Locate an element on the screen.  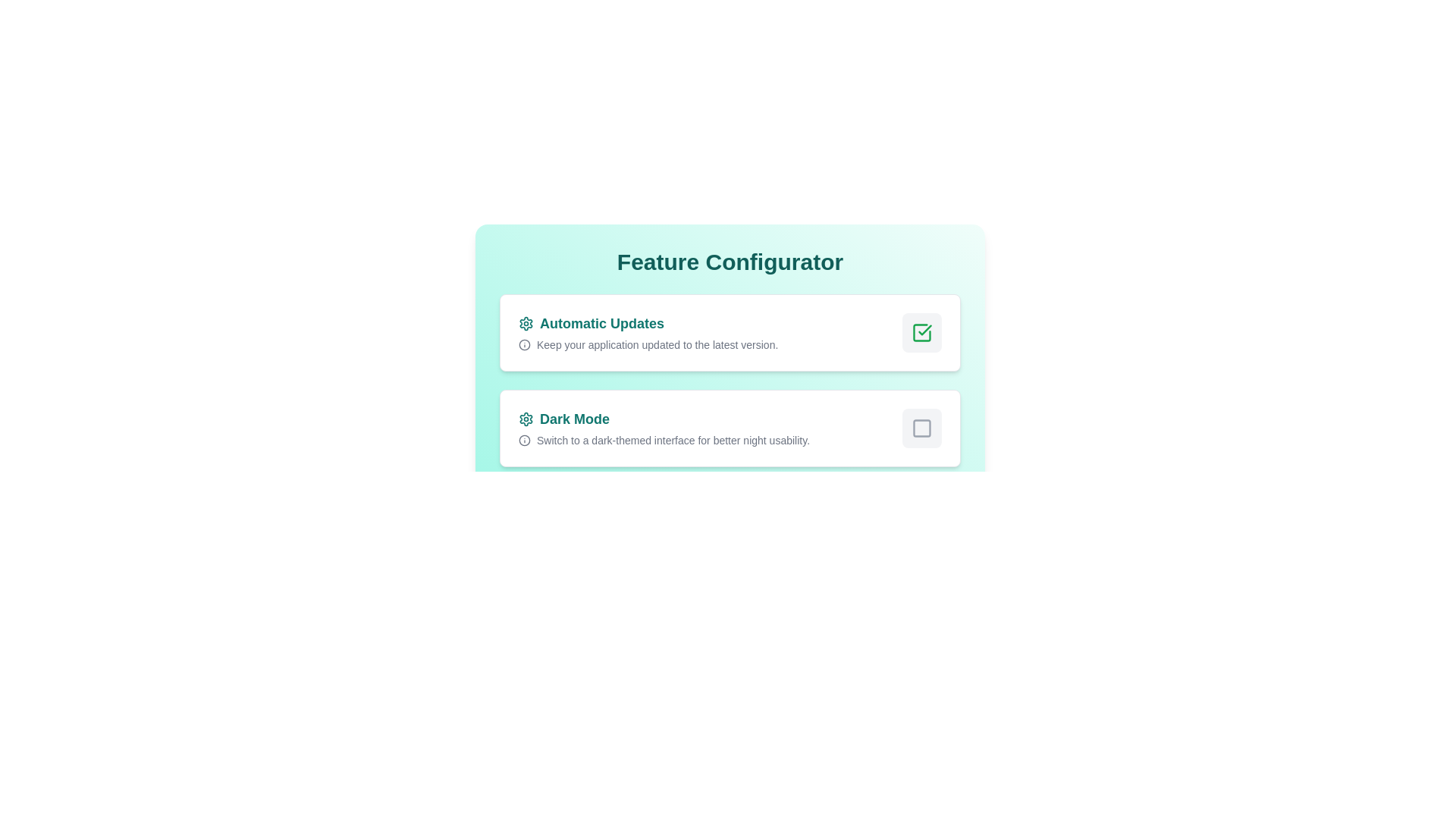
the 'Dark Mode' toggle option checkbox in the 'Feature Configurator' section is located at coordinates (730, 428).